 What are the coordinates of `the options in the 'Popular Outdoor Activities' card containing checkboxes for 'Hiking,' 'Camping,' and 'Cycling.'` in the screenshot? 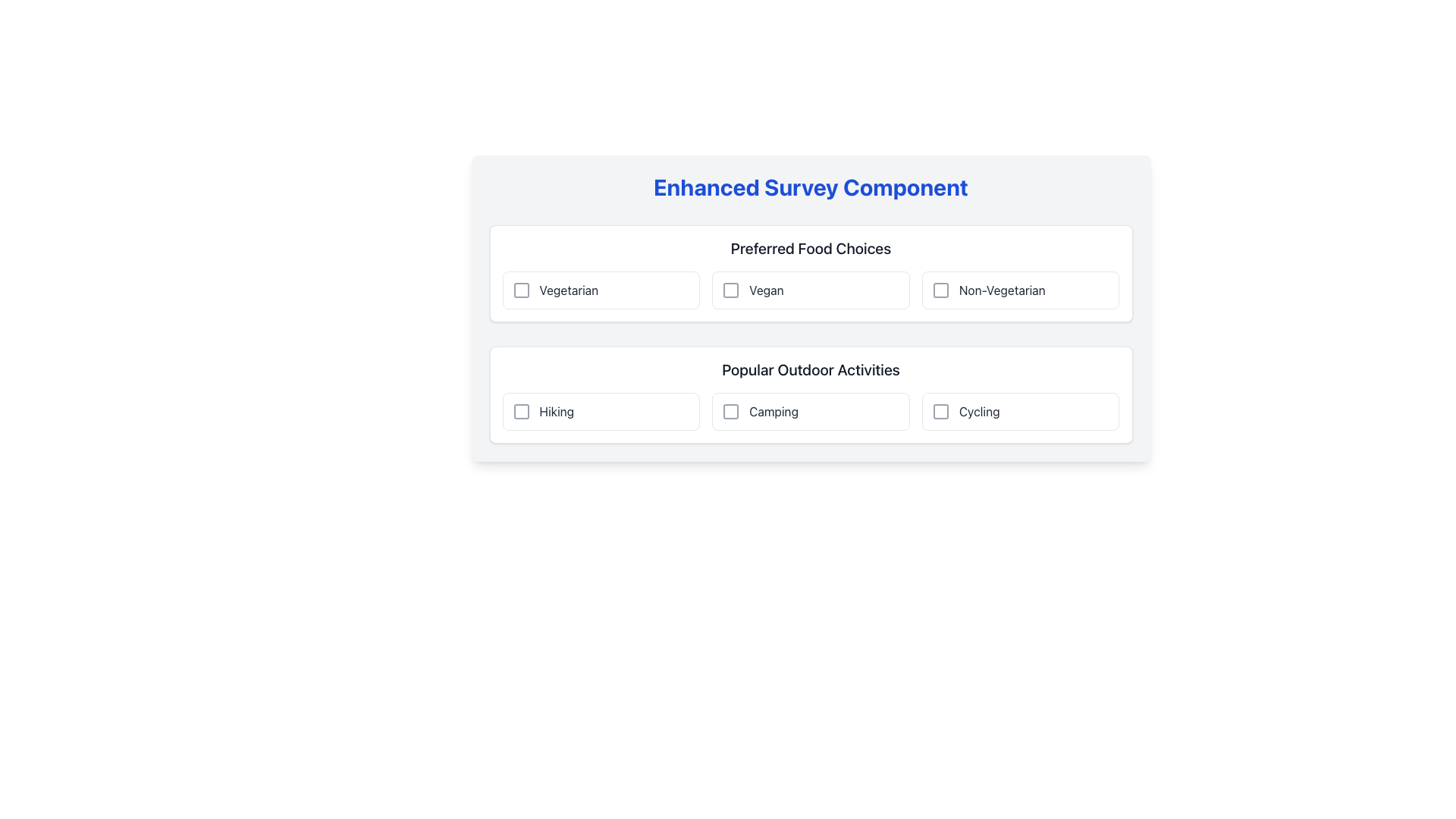 It's located at (810, 394).